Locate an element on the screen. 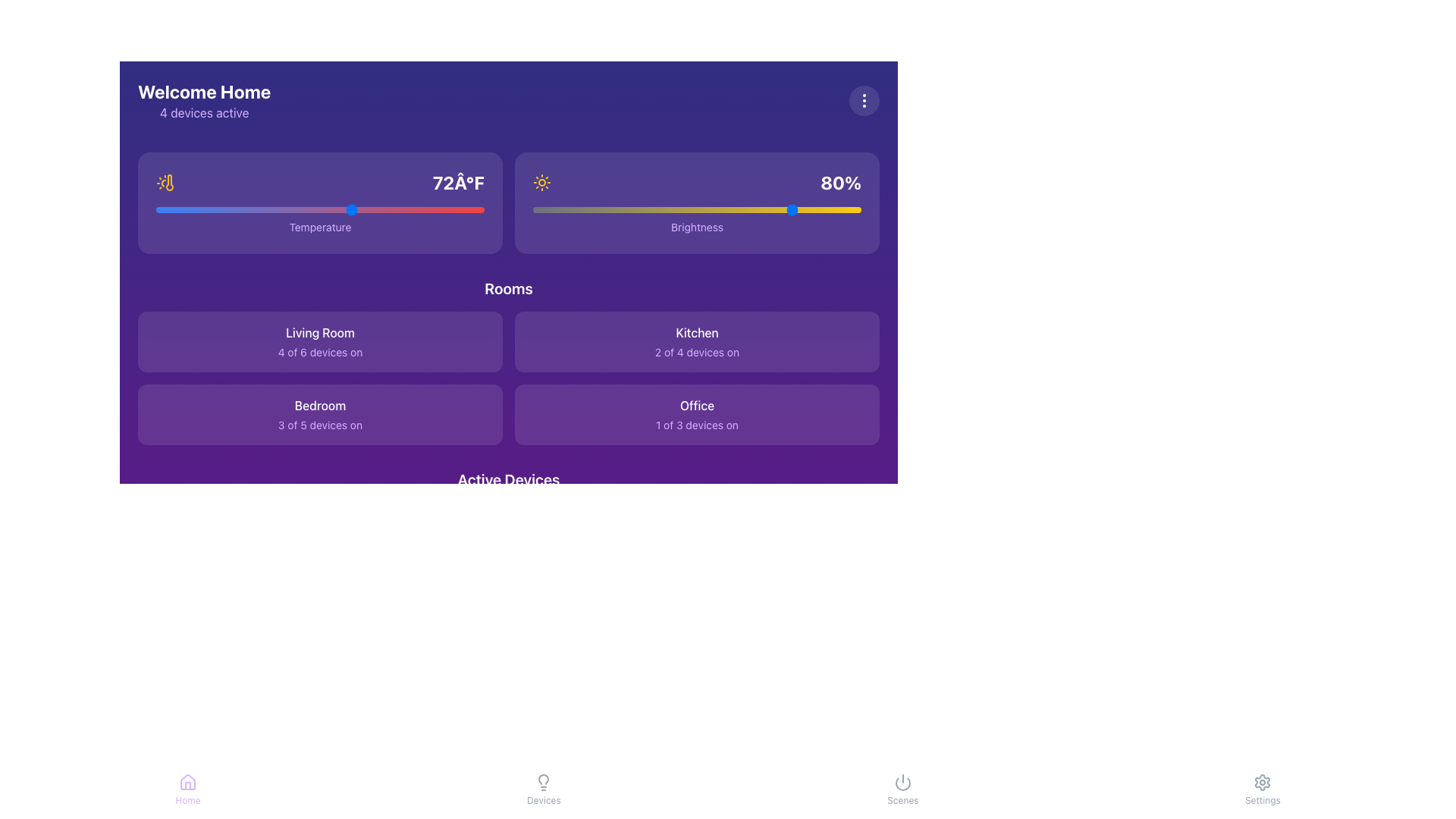 This screenshot has width=1456, height=819. the vertical ellipsis icon located in the top-right corner of the user interface is located at coordinates (864, 100).